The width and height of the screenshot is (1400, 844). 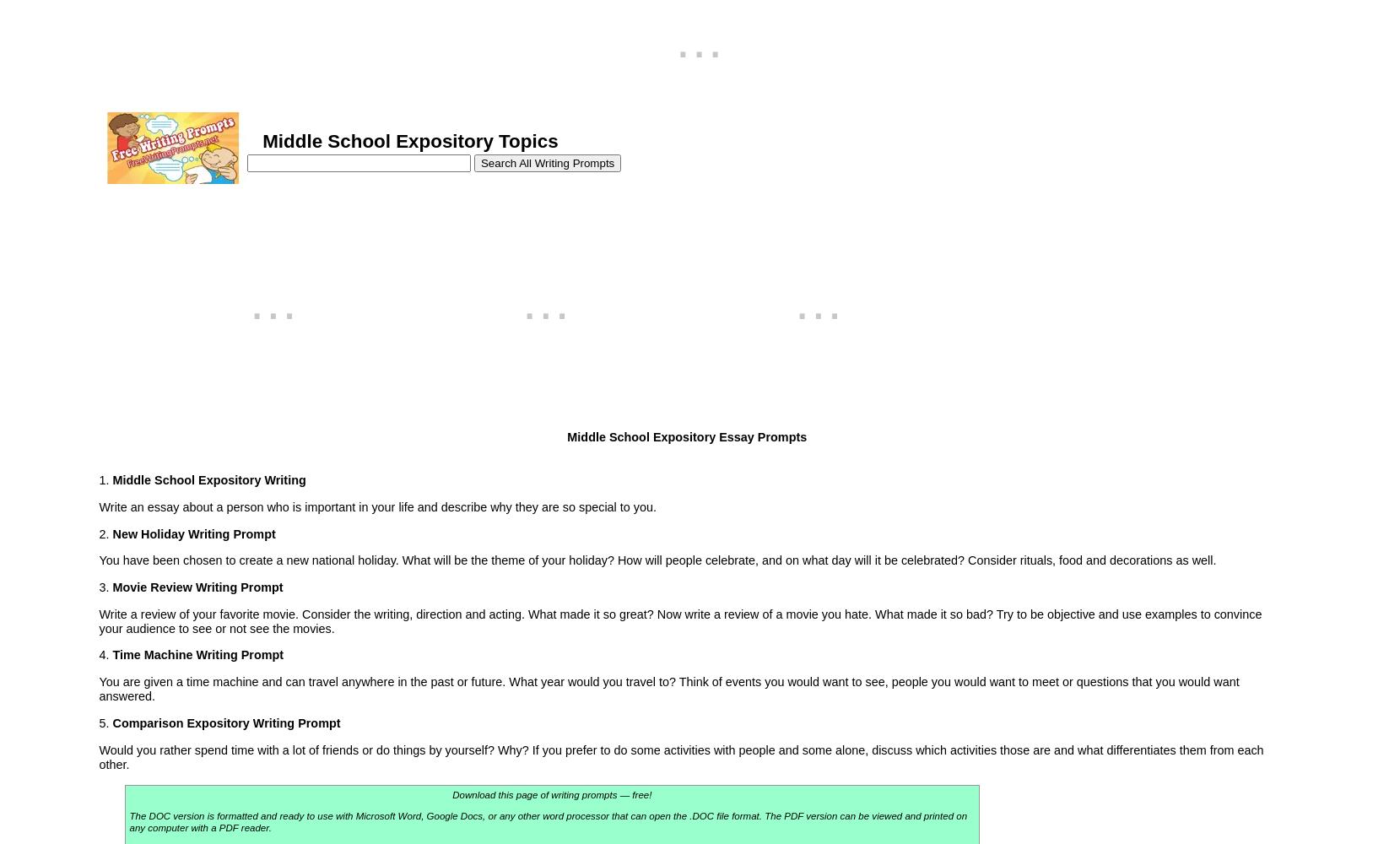 What do you see at coordinates (97, 688) in the screenshot?
I see `'You are given a time machine and can travel anywhere in the past or future. What year would you travel to? Think of events you would want to see, people you would want to meet or questions that you would want answered.'` at bounding box center [97, 688].